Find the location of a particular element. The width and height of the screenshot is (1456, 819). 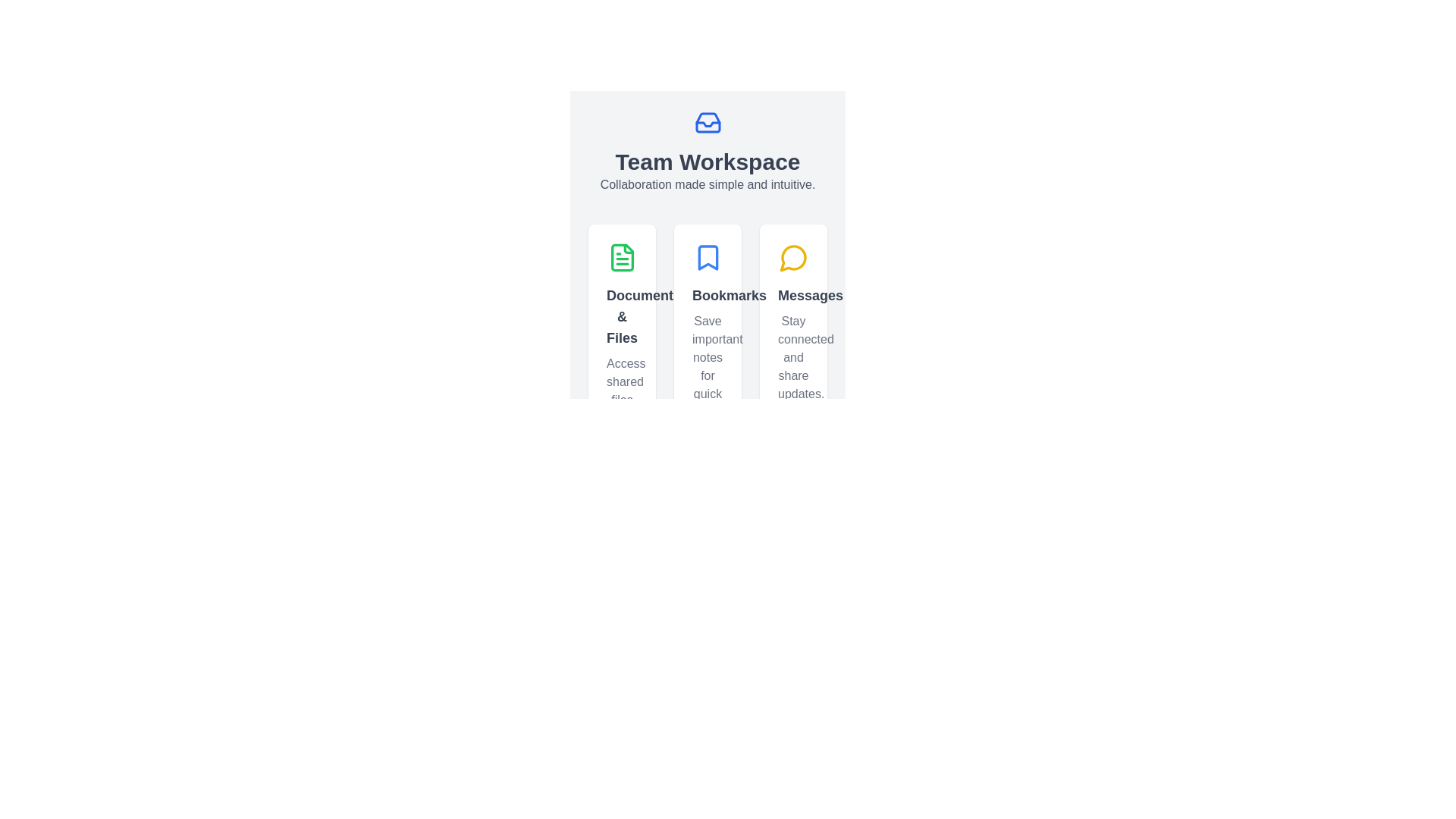

the static text label displaying 'Collaboration made simple and intuitive.' which is styled with a gray color and located below the heading 'Team Workspace' is located at coordinates (707, 184).